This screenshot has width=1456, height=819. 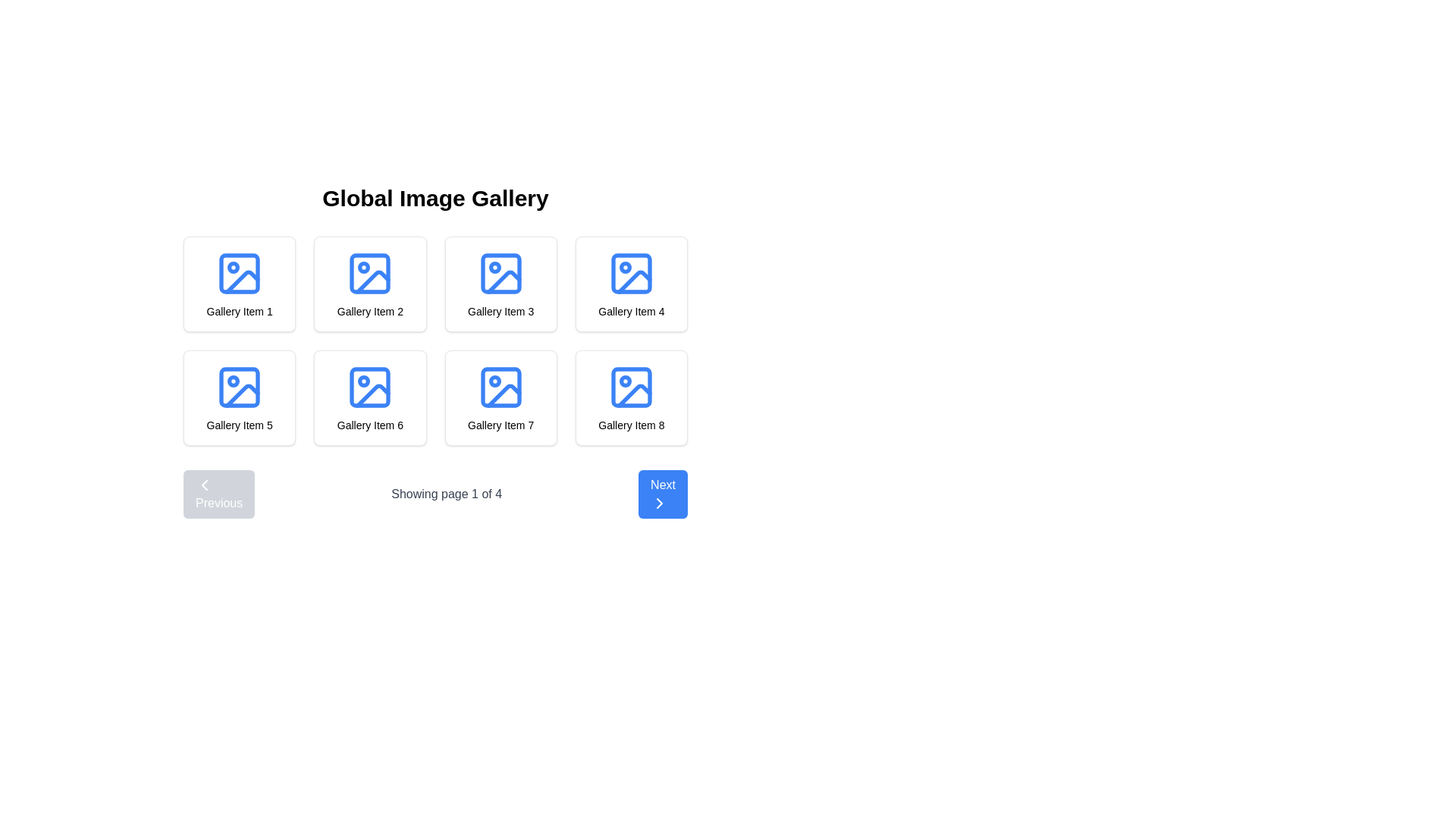 I want to click on the Decorative shape, which is a rounded rectangle with blue styling located in the top-right quadrant of Gallery Item 3, so click(x=500, y=274).